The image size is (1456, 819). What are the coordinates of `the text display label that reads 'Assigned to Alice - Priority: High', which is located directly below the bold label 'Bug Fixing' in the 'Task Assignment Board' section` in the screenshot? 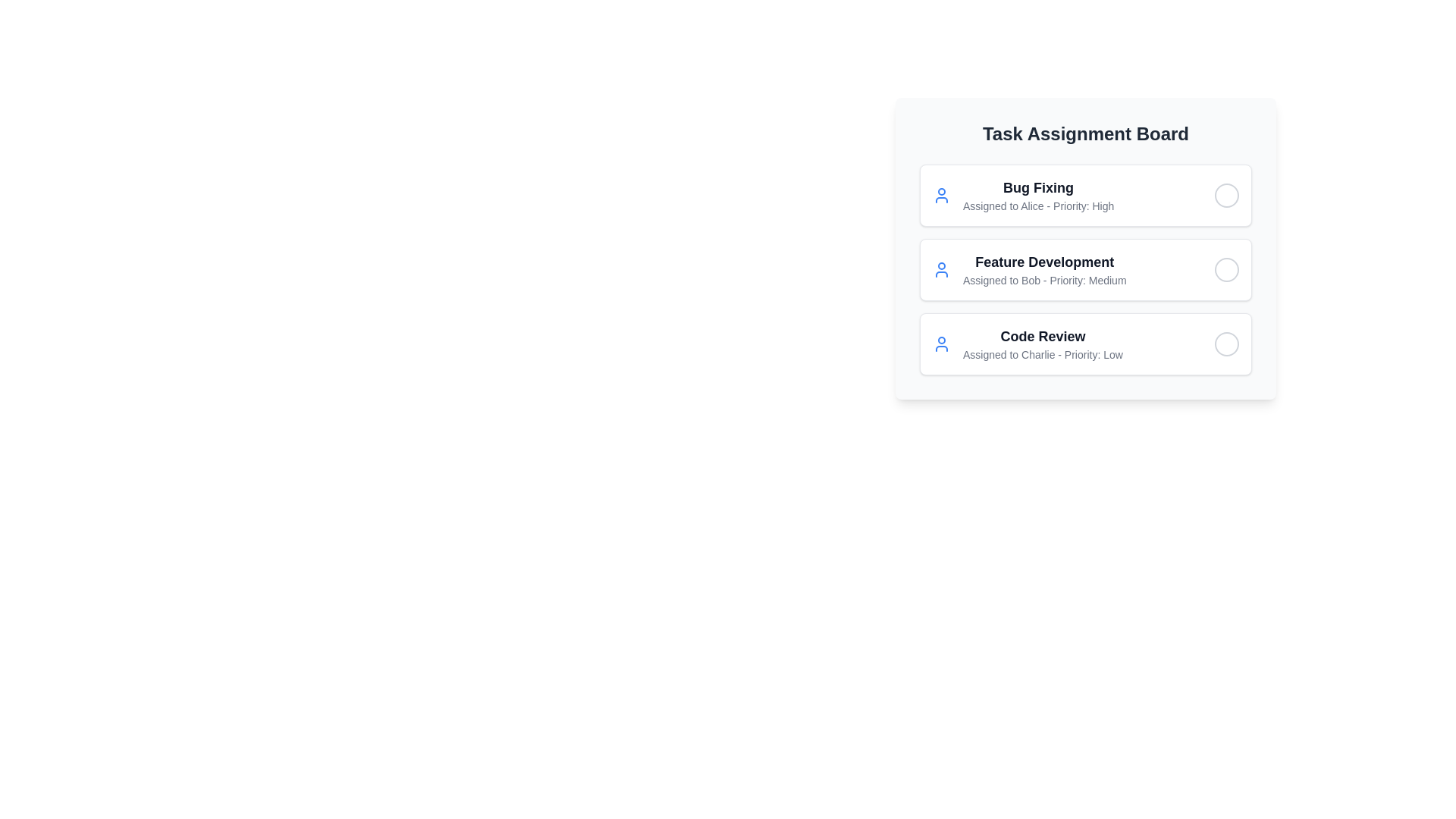 It's located at (1037, 206).